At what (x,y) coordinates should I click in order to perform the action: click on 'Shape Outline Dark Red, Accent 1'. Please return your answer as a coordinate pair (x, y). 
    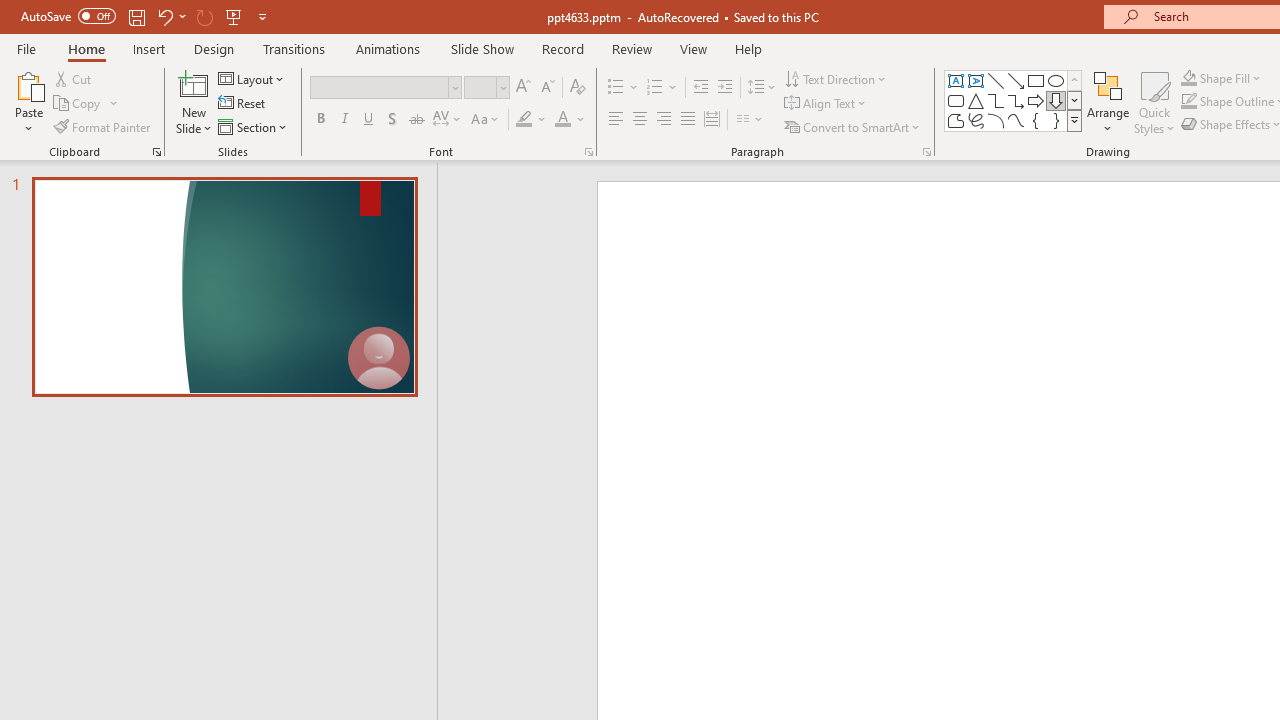
    Looking at the image, I should click on (1189, 101).